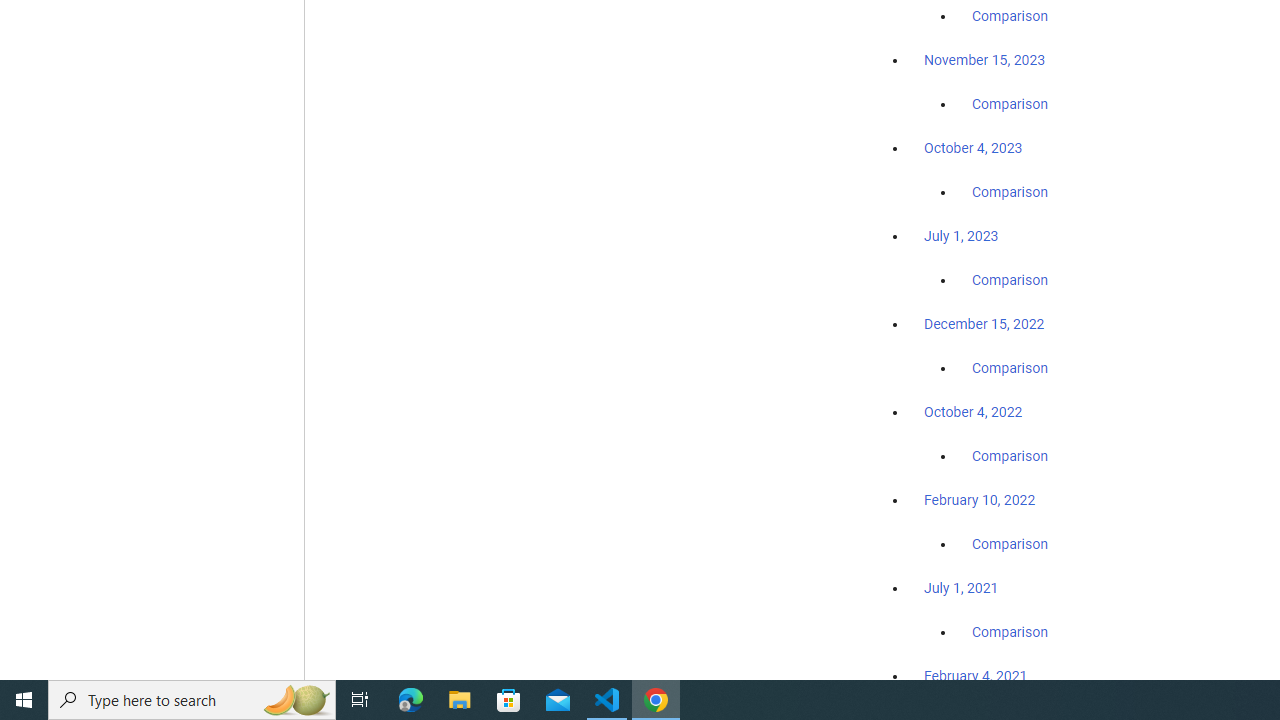 This screenshot has height=720, width=1280. Describe the element at coordinates (973, 147) in the screenshot. I see `'October 4, 2023'` at that location.